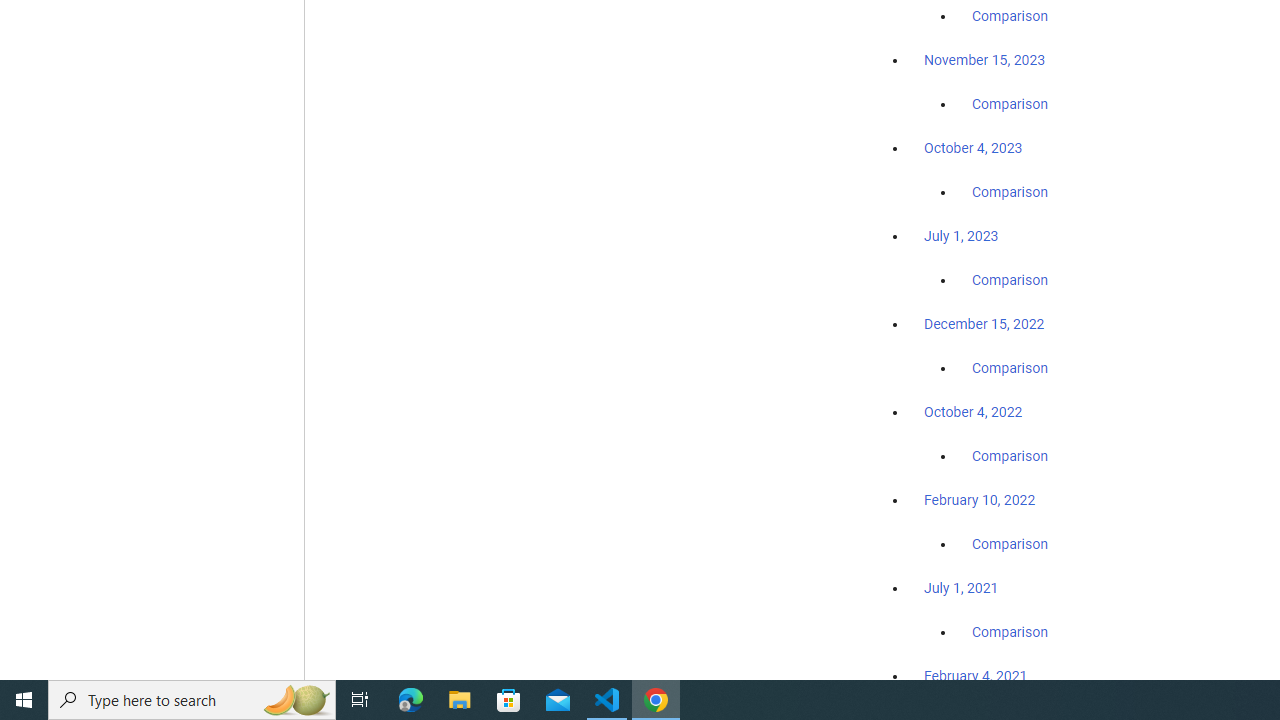 This screenshot has height=720, width=1280. Describe the element at coordinates (973, 147) in the screenshot. I see `'October 4, 2023'` at that location.